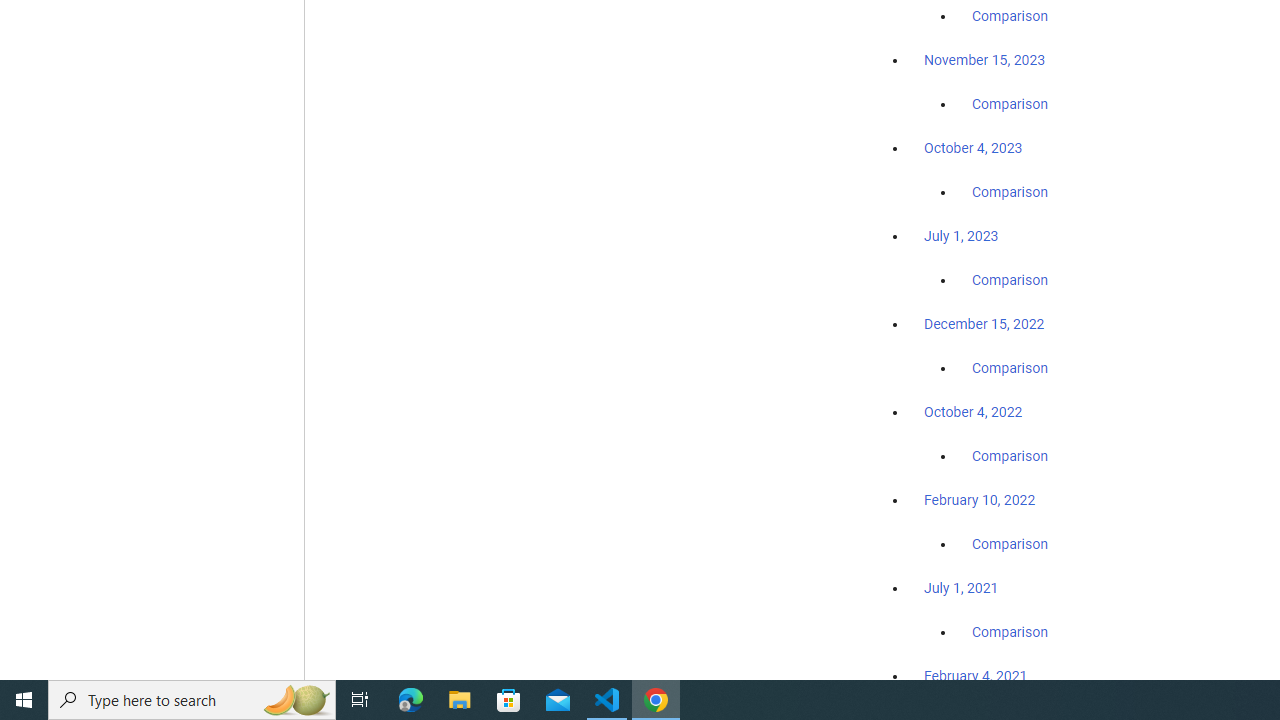 This screenshot has height=720, width=1280. Describe the element at coordinates (973, 147) in the screenshot. I see `'October 4, 2023'` at that location.